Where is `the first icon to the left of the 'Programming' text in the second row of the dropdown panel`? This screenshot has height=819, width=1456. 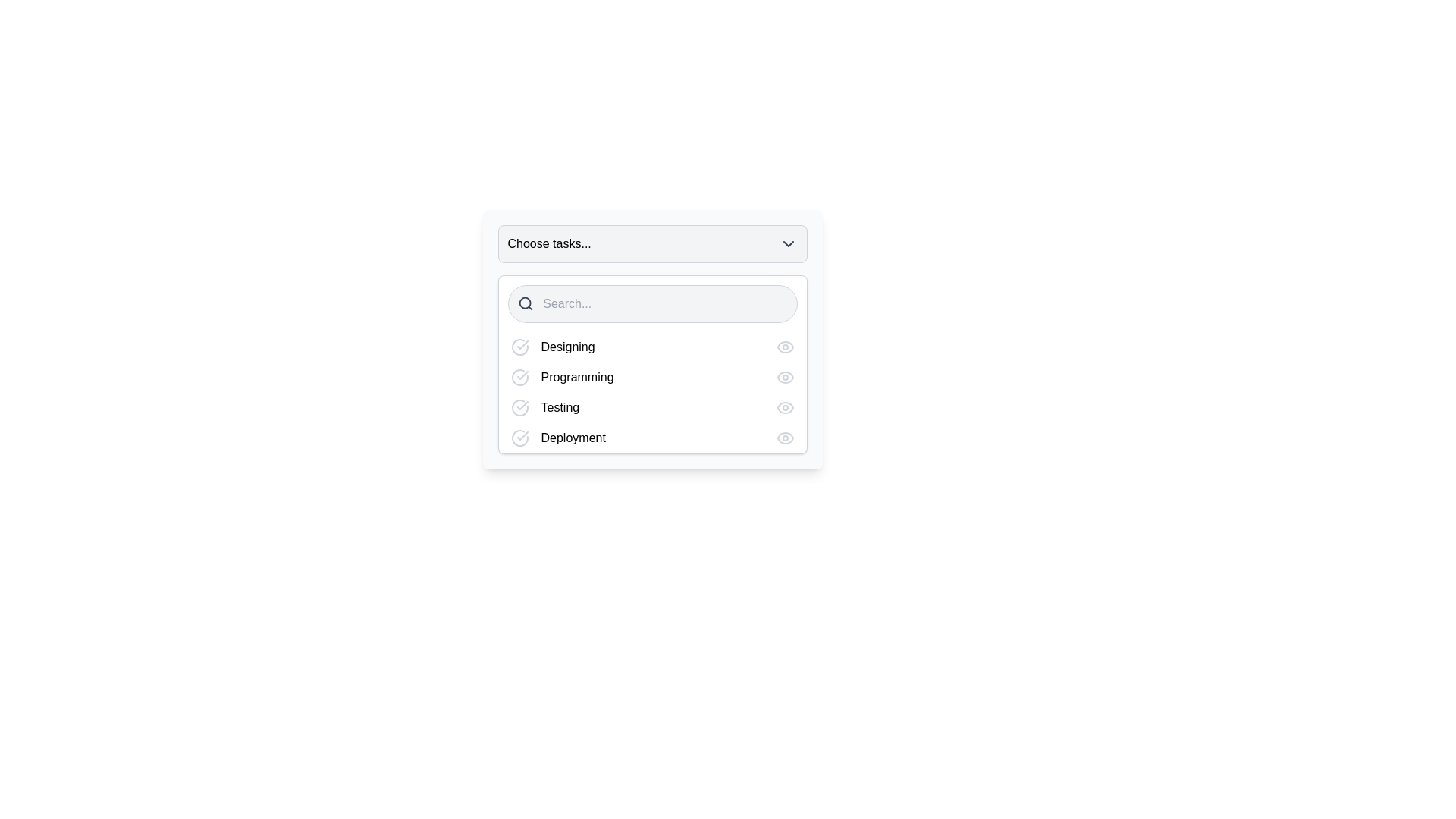
the first icon to the left of the 'Programming' text in the second row of the dropdown panel is located at coordinates (519, 376).